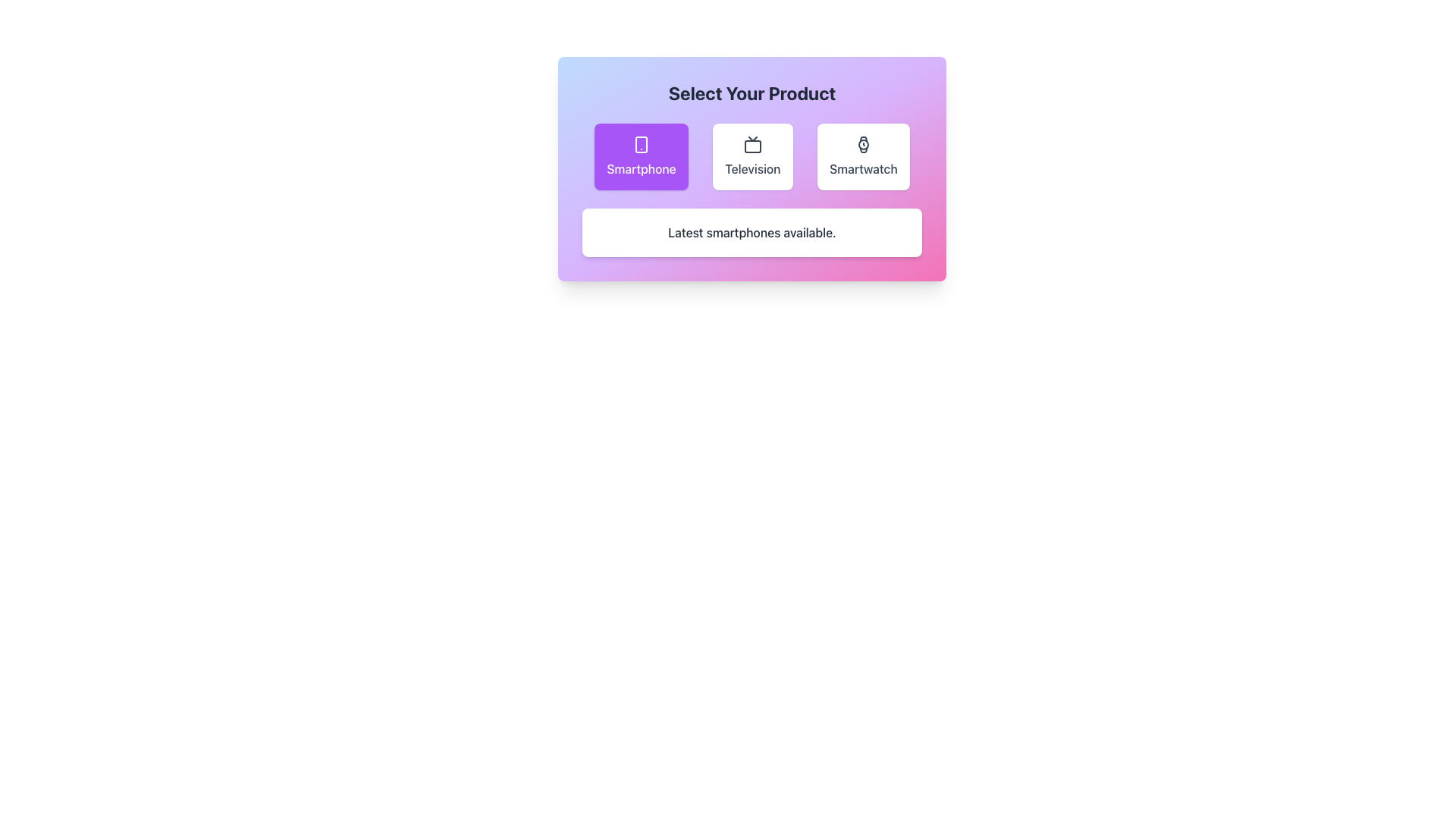 The width and height of the screenshot is (1456, 819). I want to click on the minimalist smartwatch icon located within the third card of the 'Select Your Product' panel, so click(863, 145).